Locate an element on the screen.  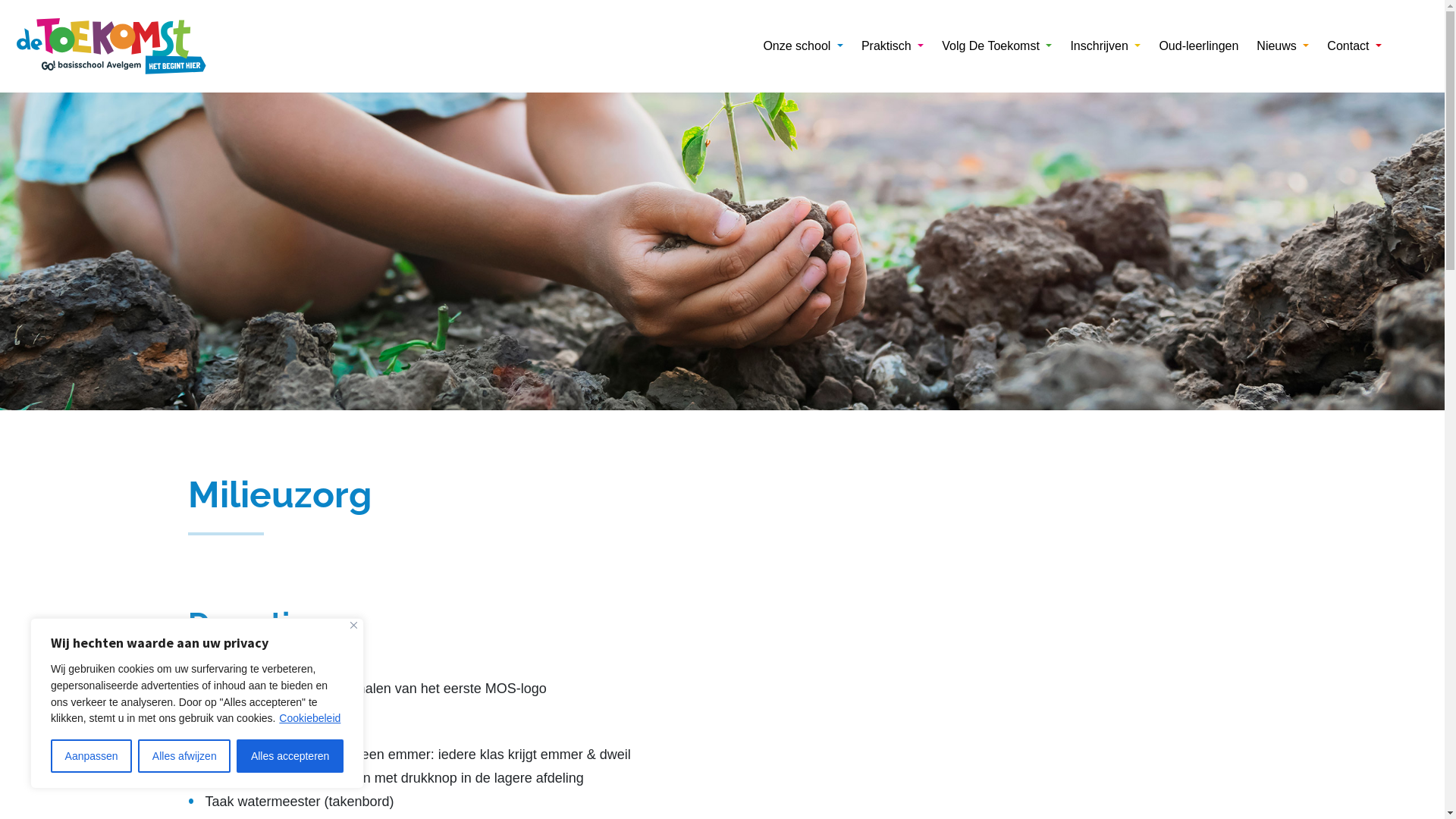
'Praktisch' is located at coordinates (892, 45).